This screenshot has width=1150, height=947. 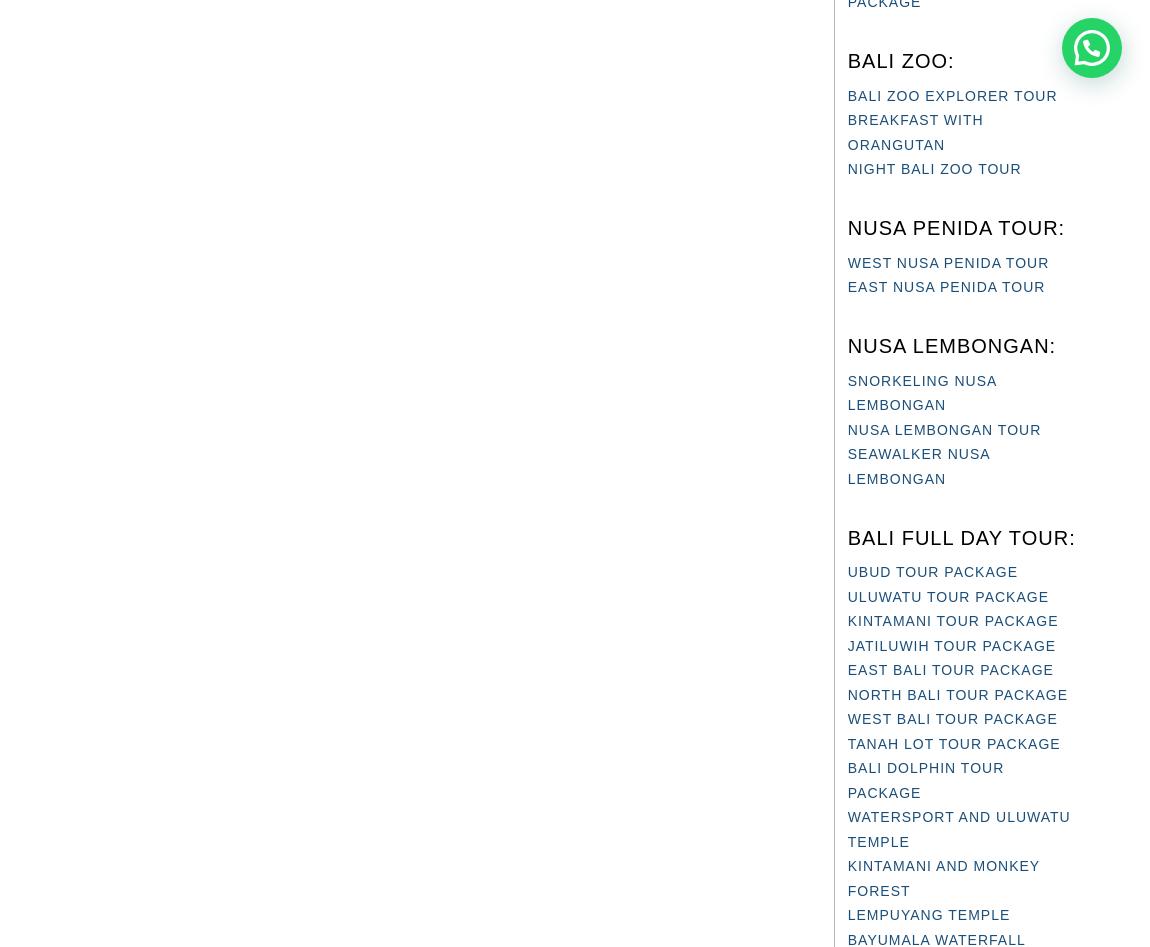 What do you see at coordinates (953, 742) in the screenshot?
I see `'TANAH LOT TOUR PACKAGE'` at bounding box center [953, 742].